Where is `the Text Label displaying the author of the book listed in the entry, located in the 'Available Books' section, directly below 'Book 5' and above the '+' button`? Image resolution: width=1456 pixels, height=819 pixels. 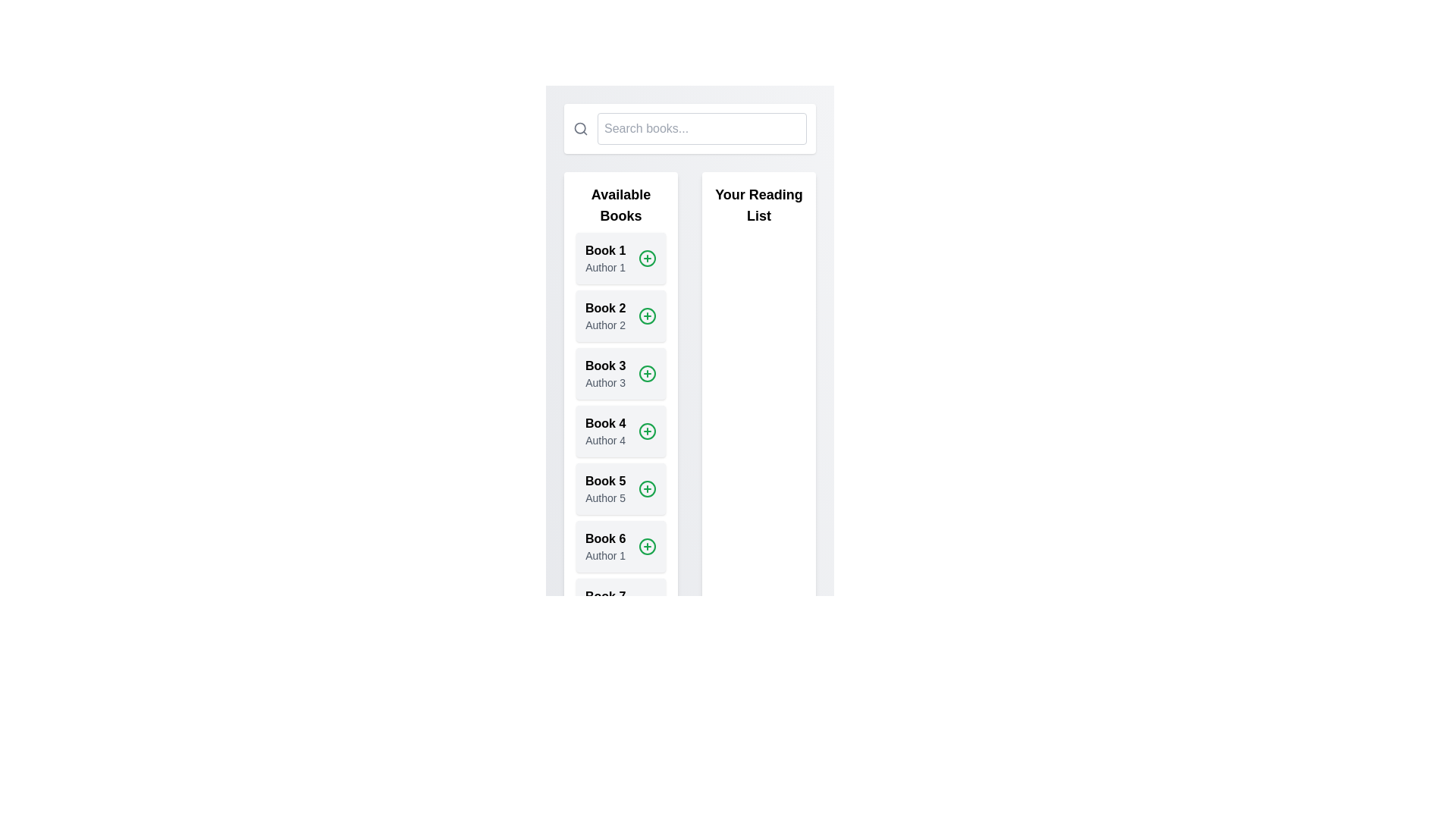
the Text Label displaying the author of the book listed in the entry, located in the 'Available Books' section, directly below 'Book 5' and above the '+' button is located at coordinates (604, 497).